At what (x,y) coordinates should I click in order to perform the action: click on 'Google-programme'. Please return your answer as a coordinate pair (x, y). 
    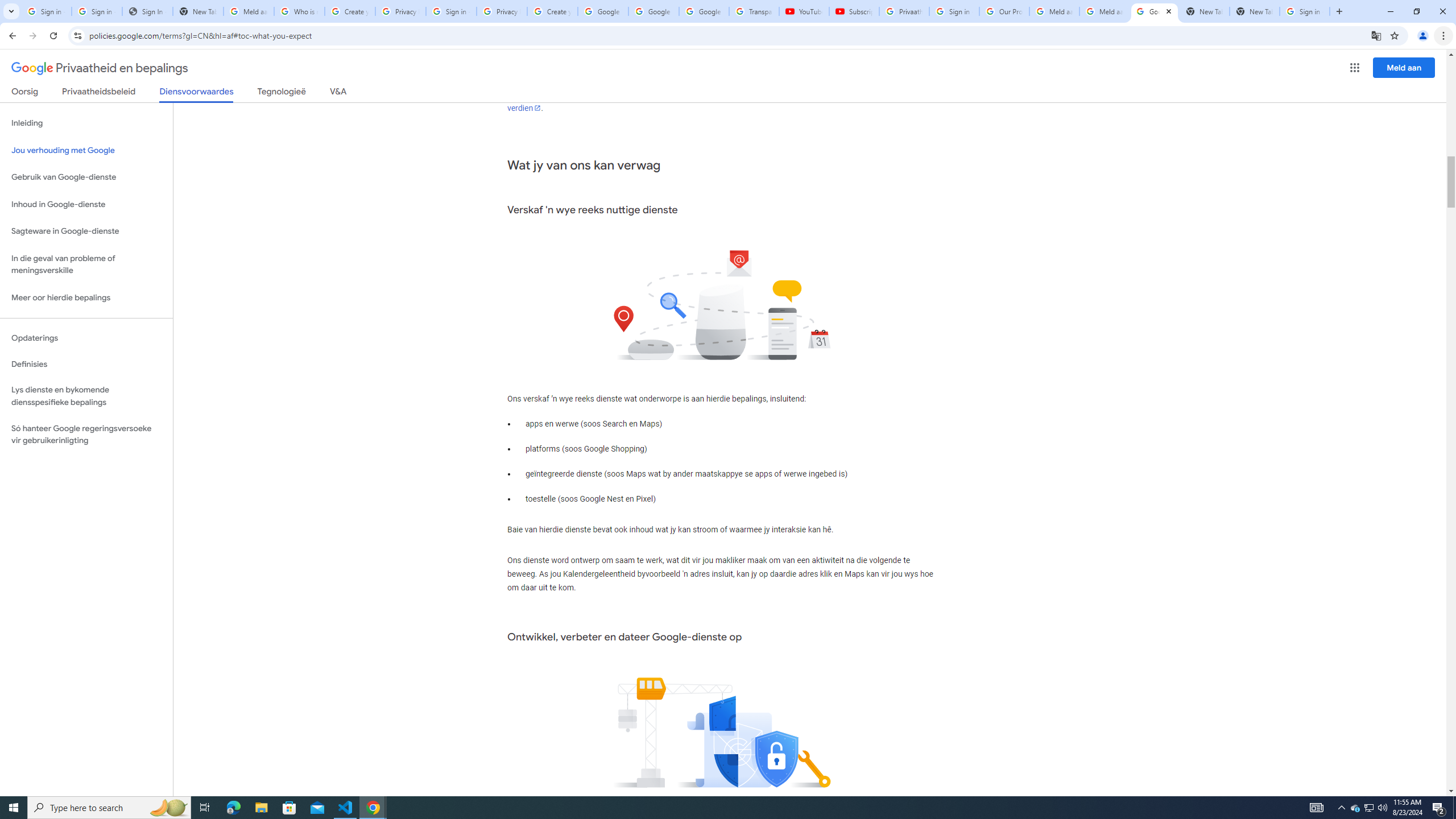
    Looking at the image, I should click on (1355, 67).